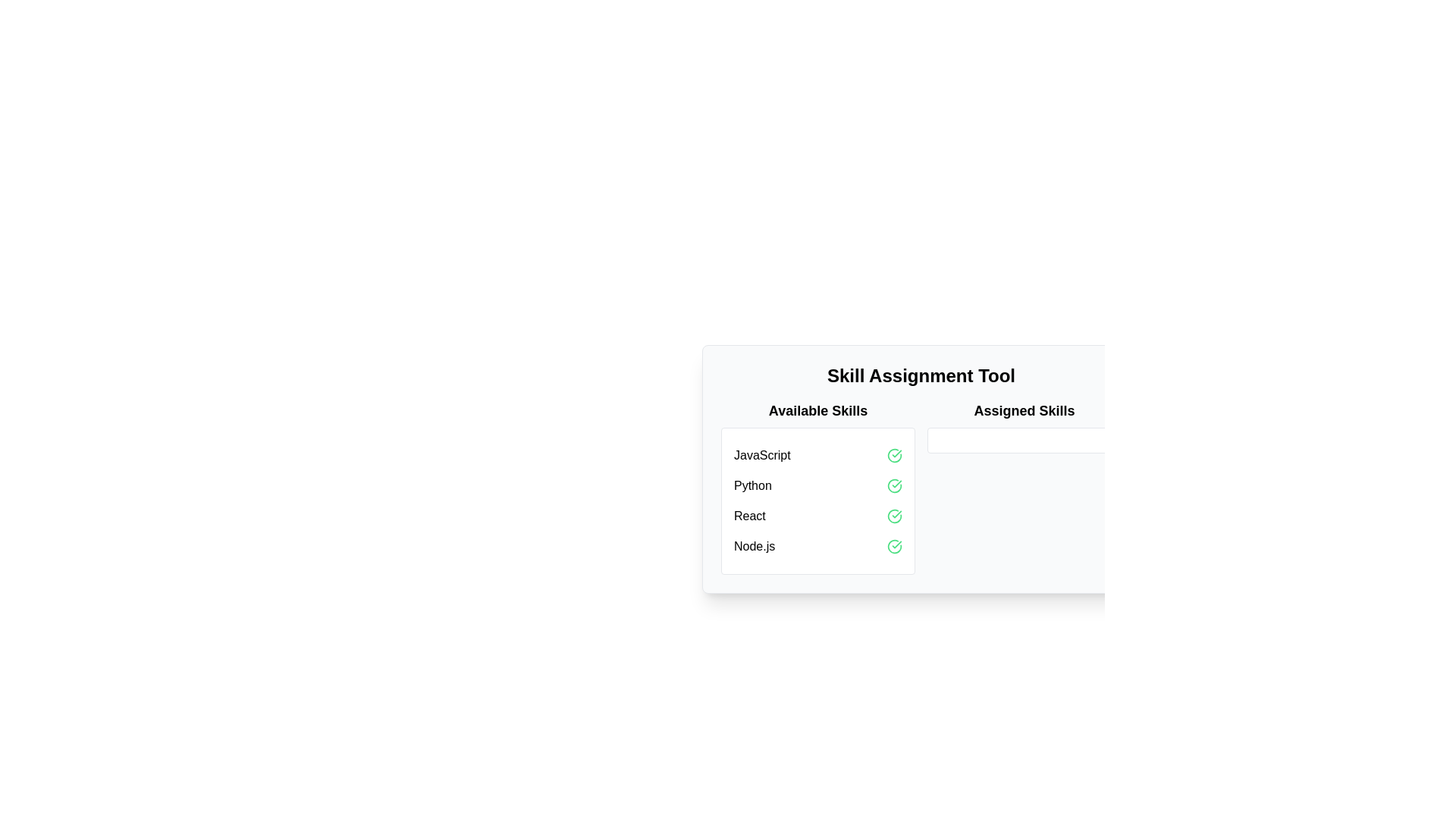 The width and height of the screenshot is (1456, 819). I want to click on the 'Node.js' text label, which is the fourth item, so click(755, 547).